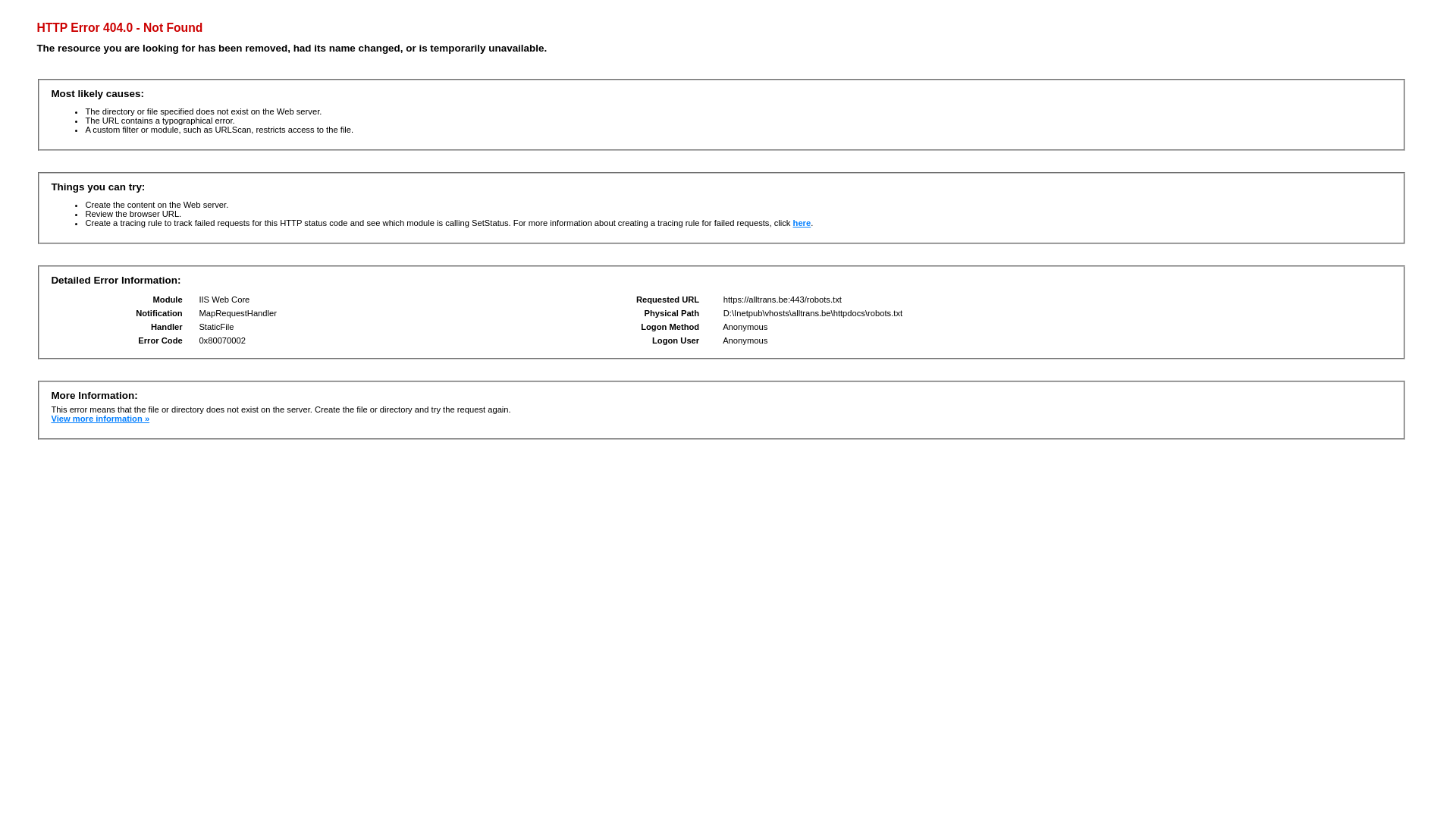  Describe the element at coordinates (792, 222) in the screenshot. I see `'here'` at that location.